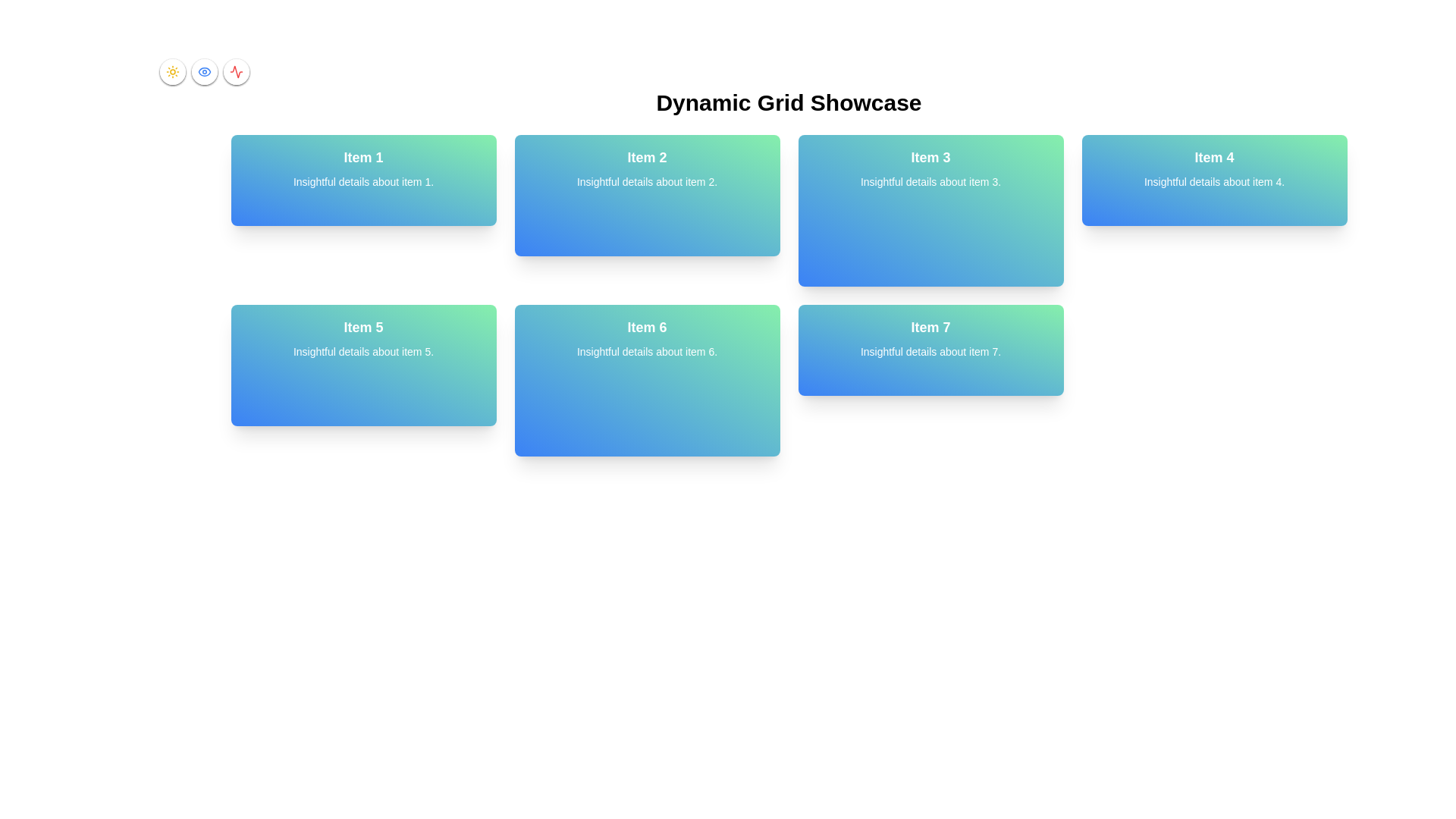  I want to click on the Text label that provides descriptive information about the item in the card labeled 'Item 1', located as the second line of text below the bold 'Item 1' label, so click(362, 180).